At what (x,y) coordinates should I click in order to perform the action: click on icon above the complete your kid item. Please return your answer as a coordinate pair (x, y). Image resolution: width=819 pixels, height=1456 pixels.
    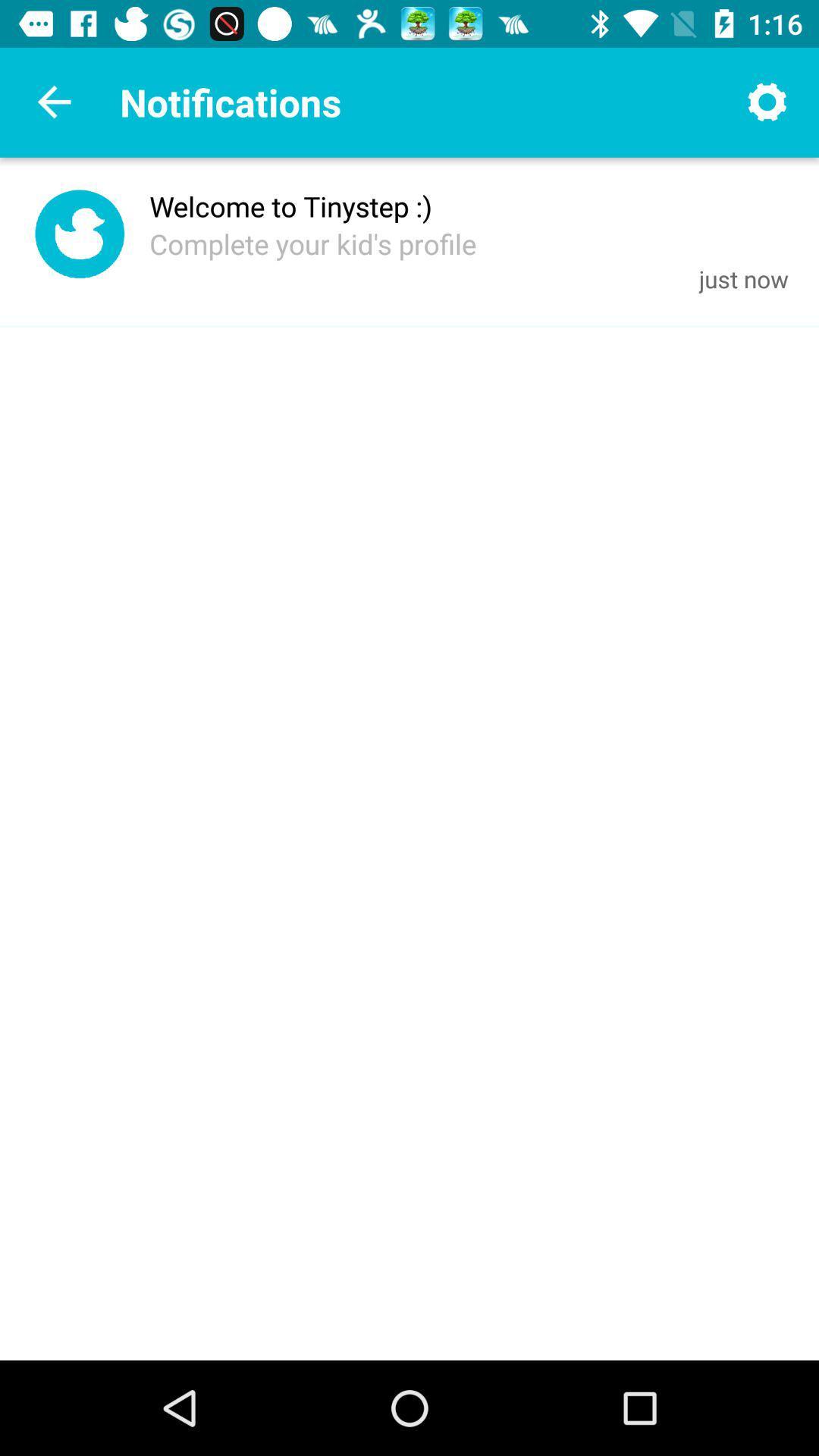
    Looking at the image, I should click on (290, 206).